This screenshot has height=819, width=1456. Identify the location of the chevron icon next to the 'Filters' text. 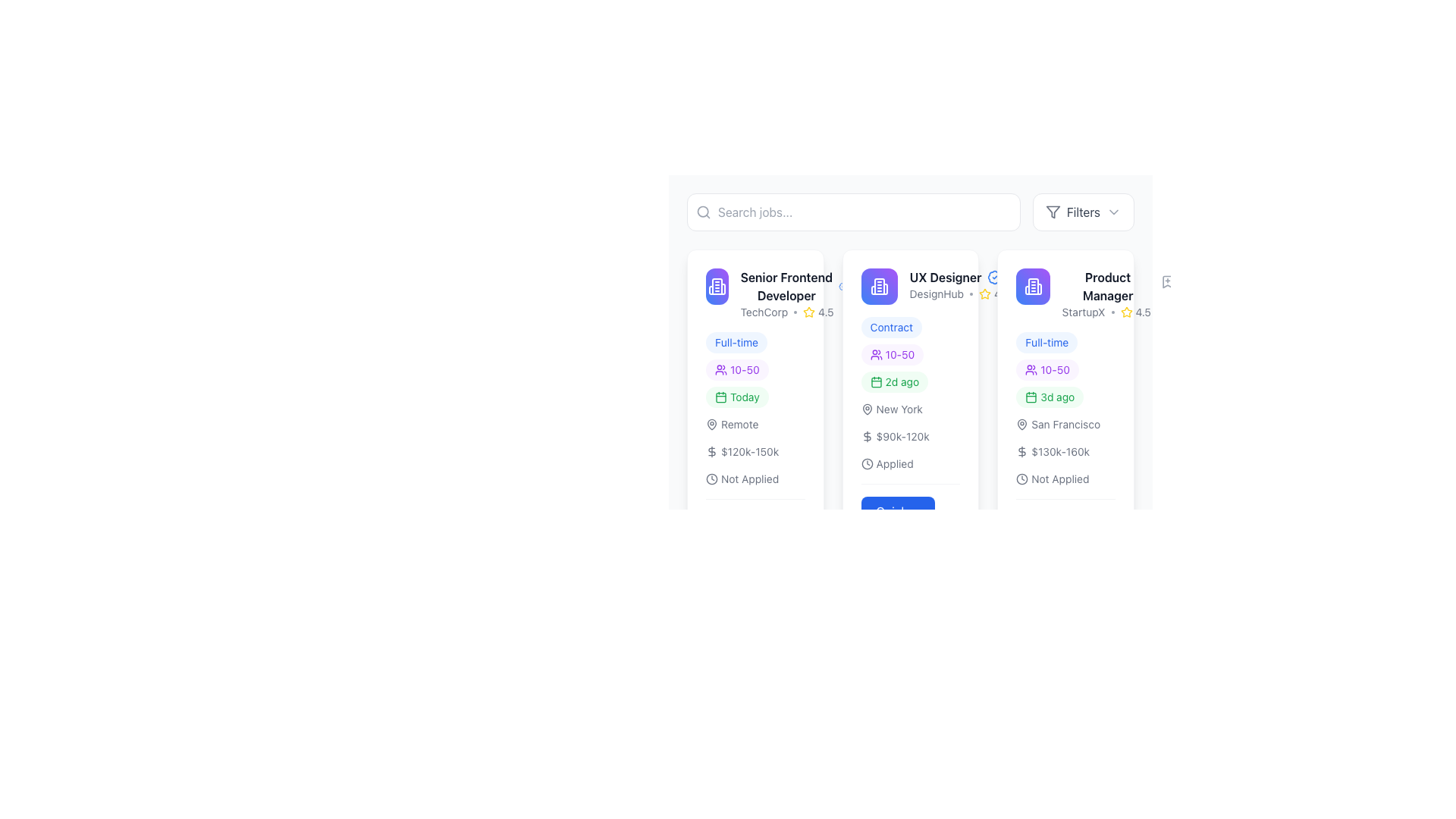
(1113, 212).